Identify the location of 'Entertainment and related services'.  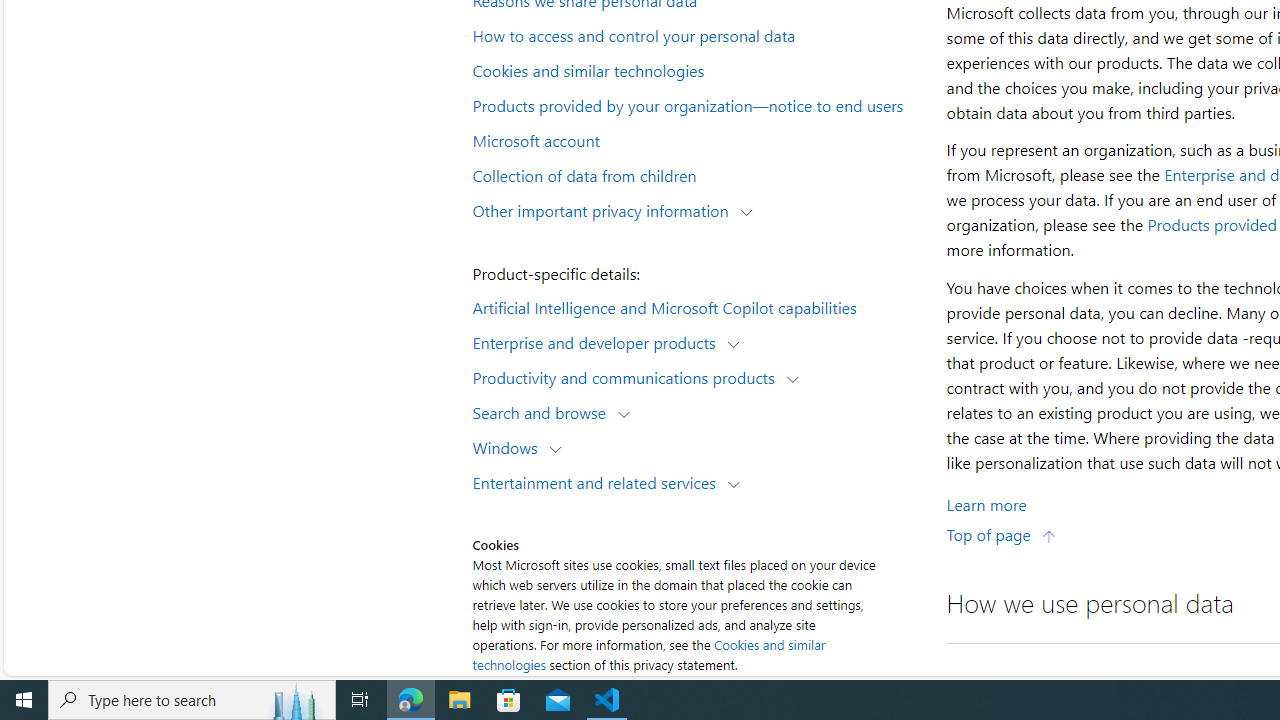
(598, 482).